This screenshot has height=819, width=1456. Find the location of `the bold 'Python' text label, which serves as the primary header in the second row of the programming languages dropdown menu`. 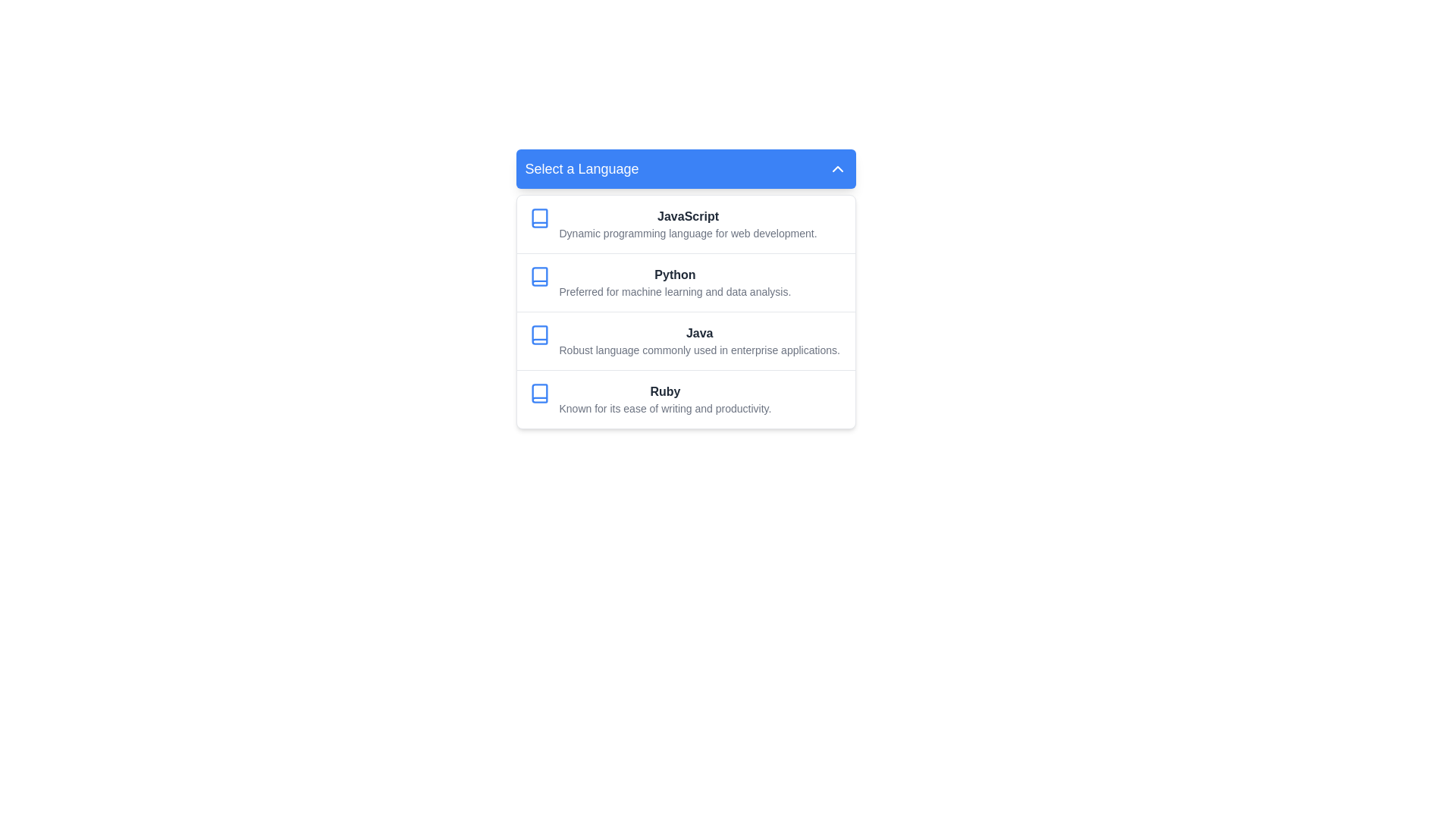

the bold 'Python' text label, which serves as the primary header in the second row of the programming languages dropdown menu is located at coordinates (674, 275).